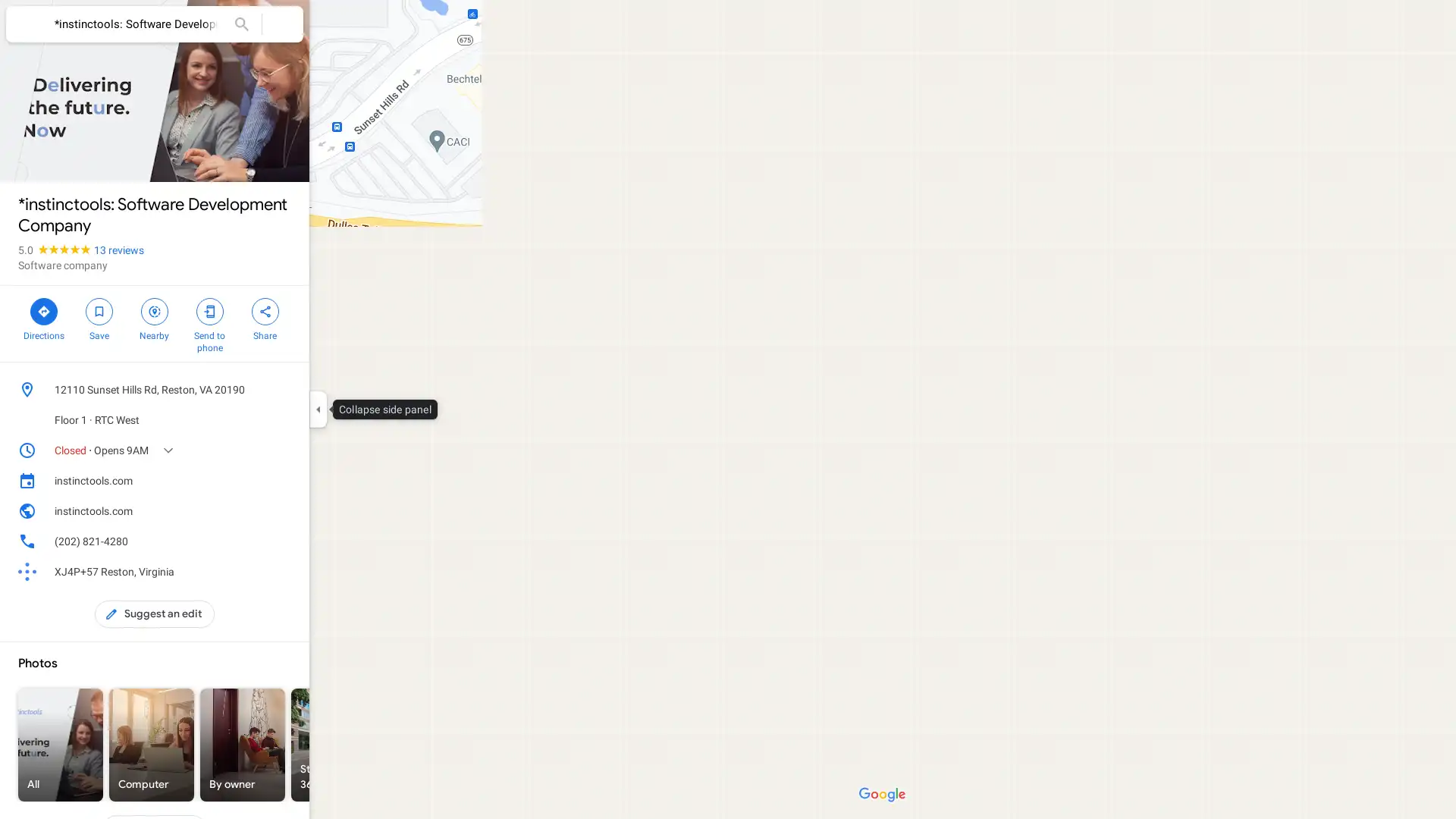 This screenshot has width=1456, height=819. What do you see at coordinates (283, 24) in the screenshot?
I see `Clear search` at bounding box center [283, 24].